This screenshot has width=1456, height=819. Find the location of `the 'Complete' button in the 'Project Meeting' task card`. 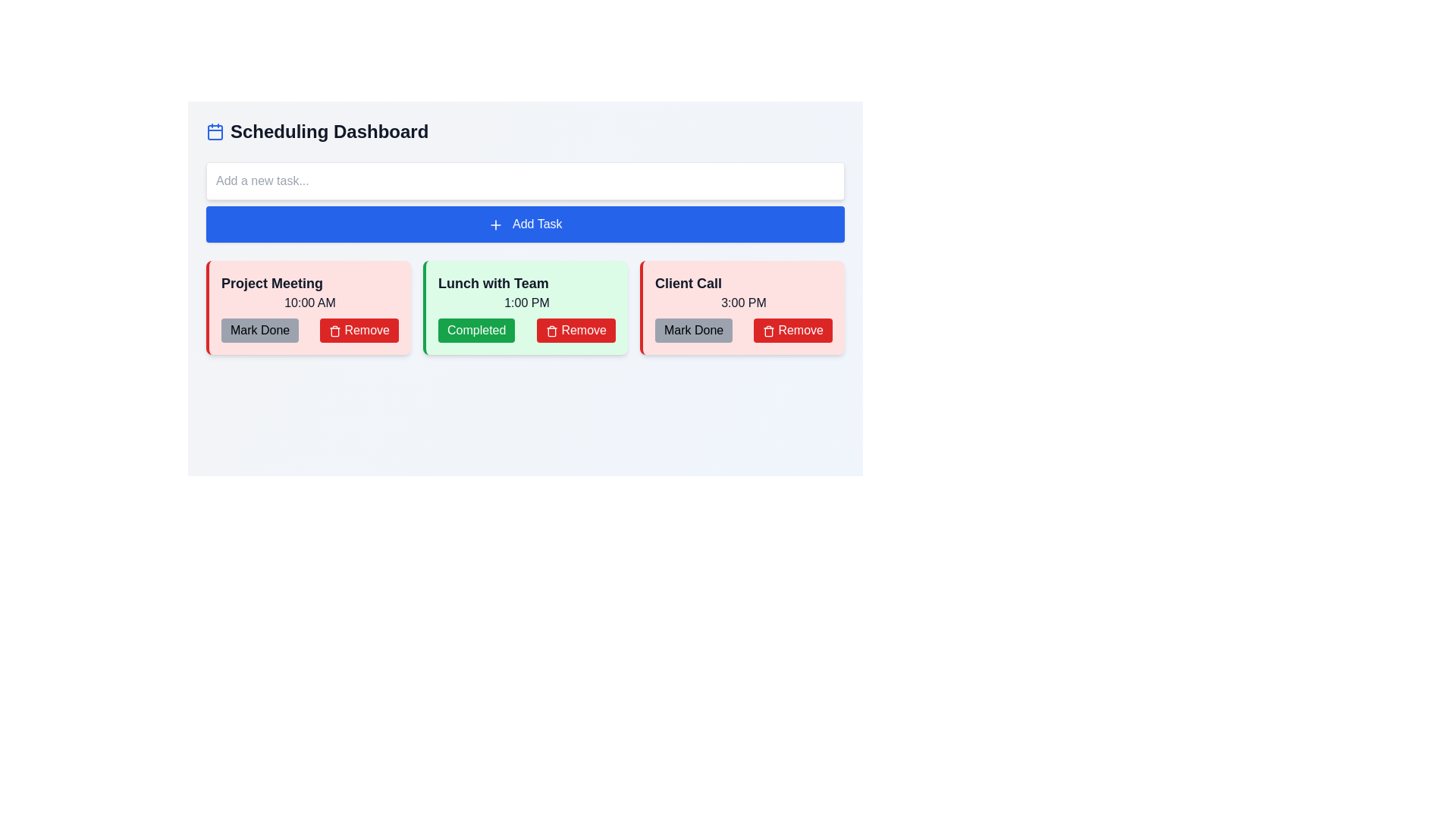

the 'Complete' button in the 'Project Meeting' task card is located at coordinates (260, 329).